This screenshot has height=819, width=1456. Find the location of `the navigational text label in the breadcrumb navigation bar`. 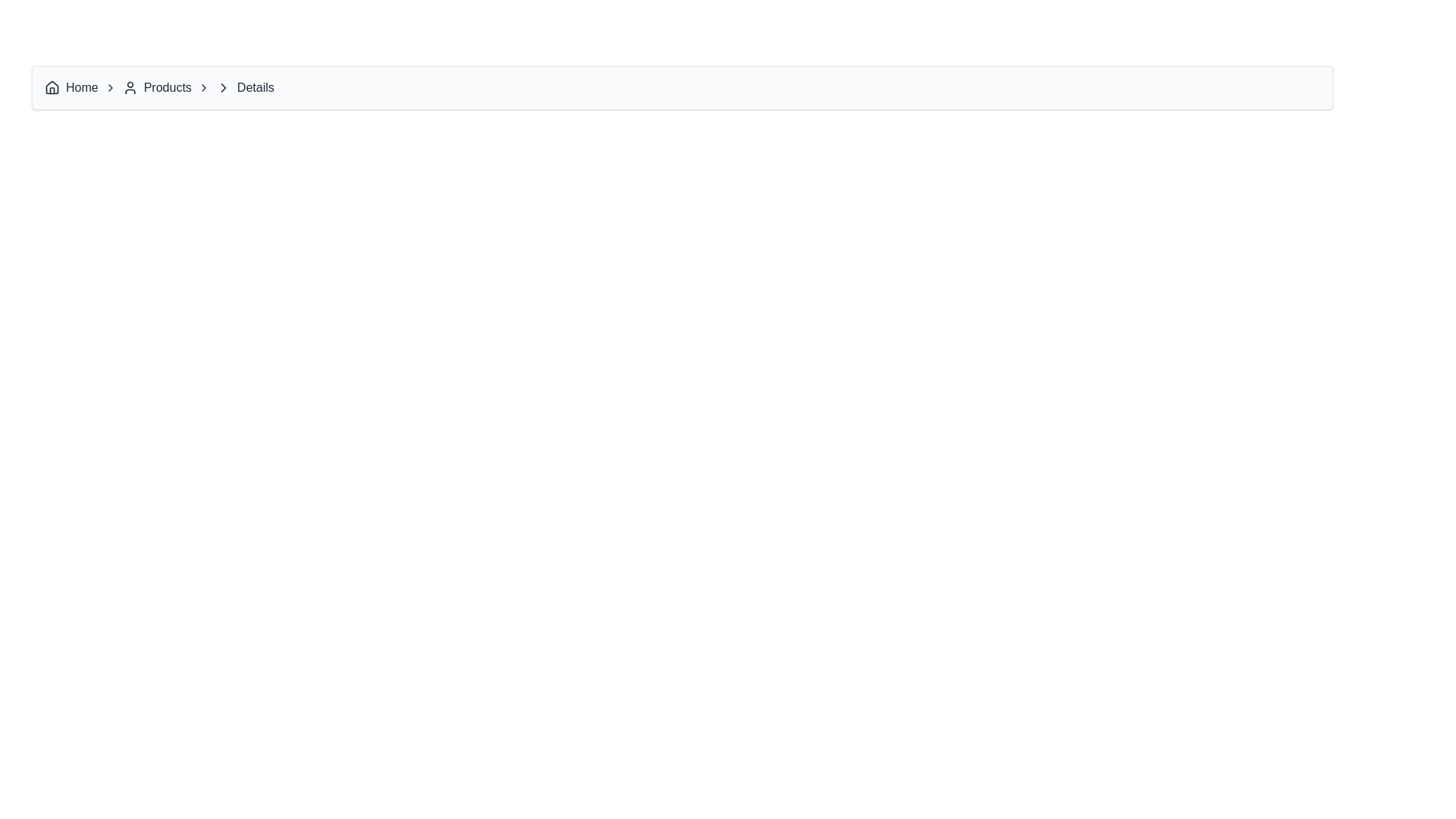

the navigational text label in the breadcrumb navigation bar is located at coordinates (81, 87).